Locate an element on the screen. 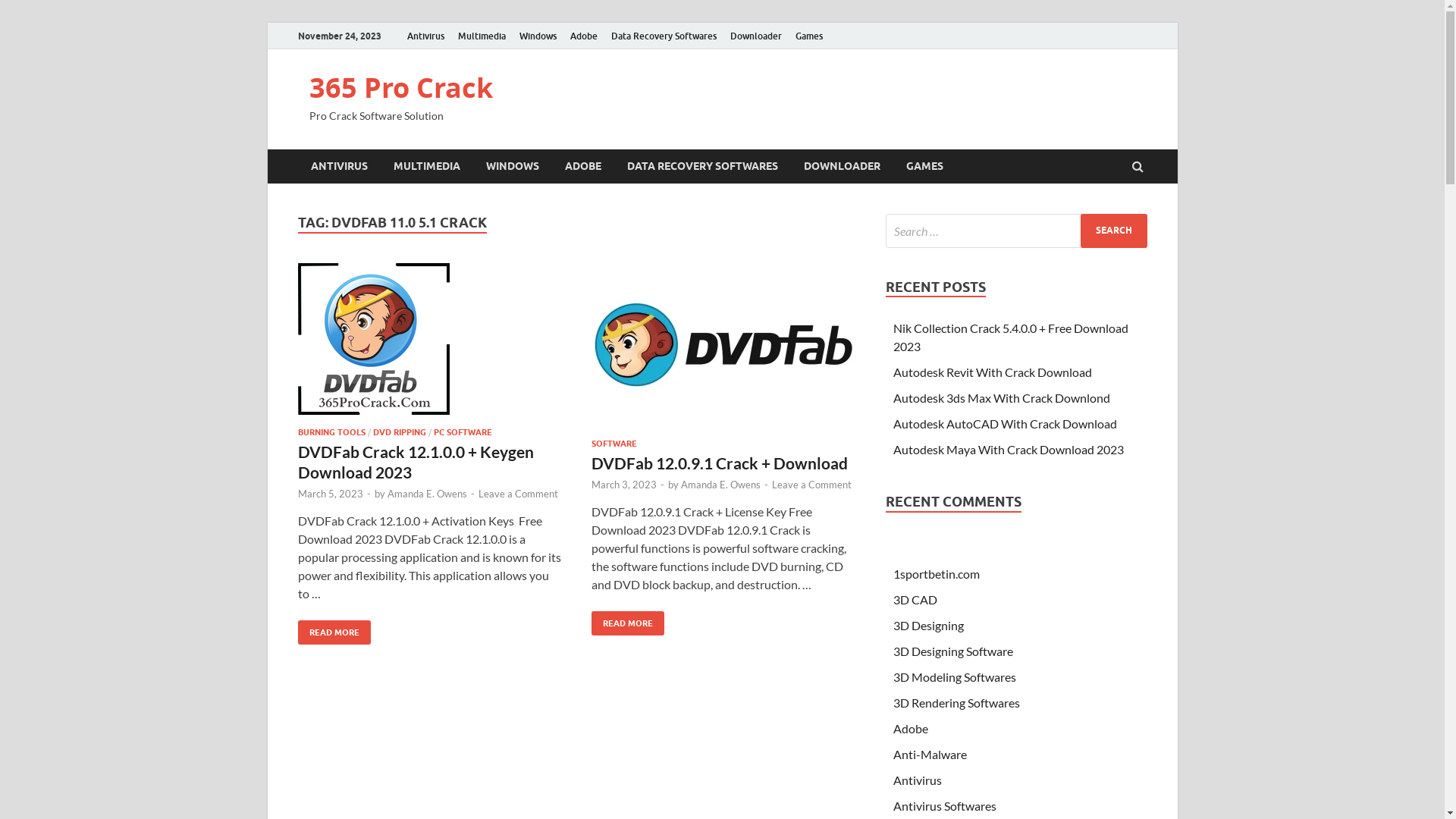  '3D Designing Software' is located at coordinates (952, 650).